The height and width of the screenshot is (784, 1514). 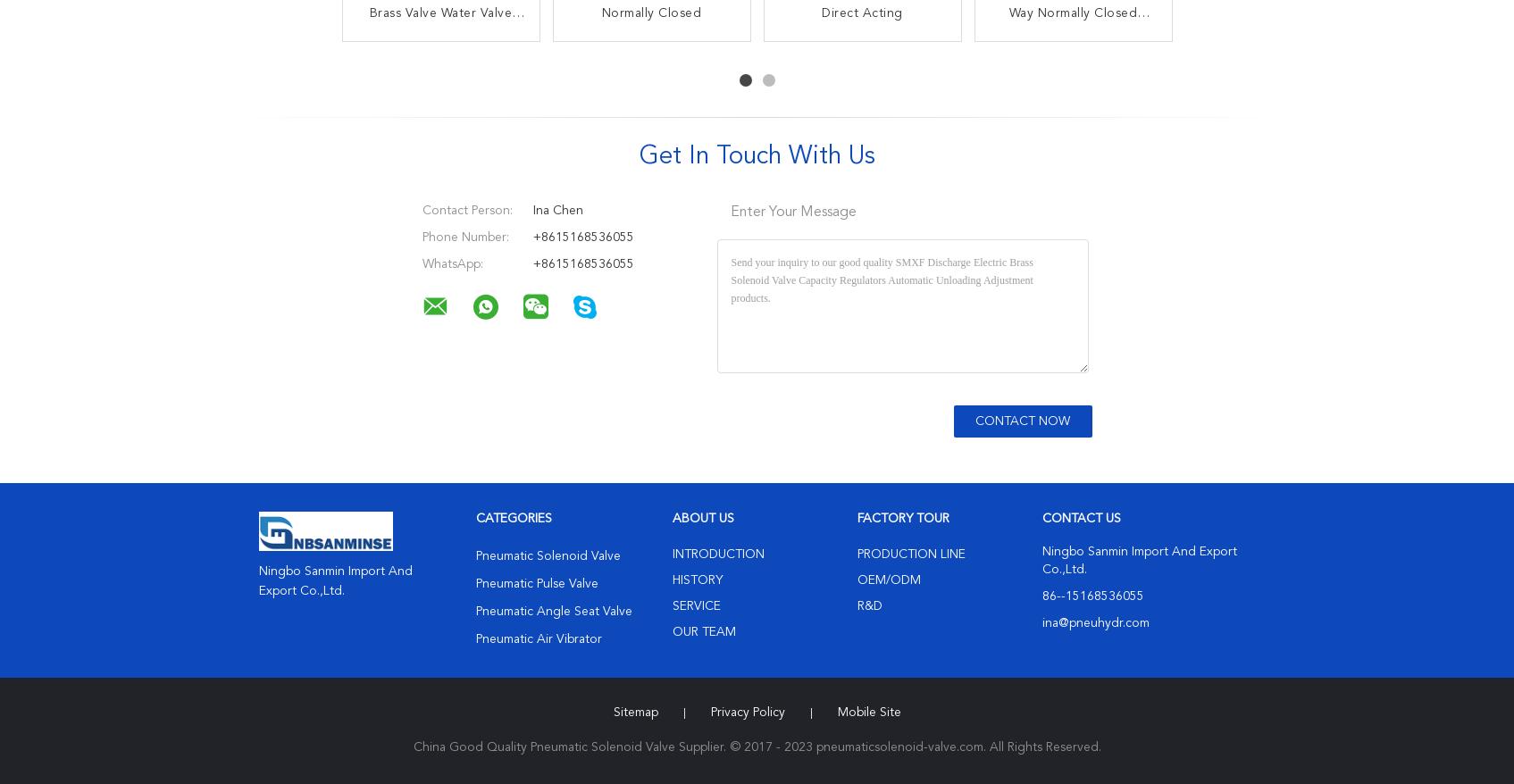 I want to click on 'Our Team', so click(x=703, y=631).